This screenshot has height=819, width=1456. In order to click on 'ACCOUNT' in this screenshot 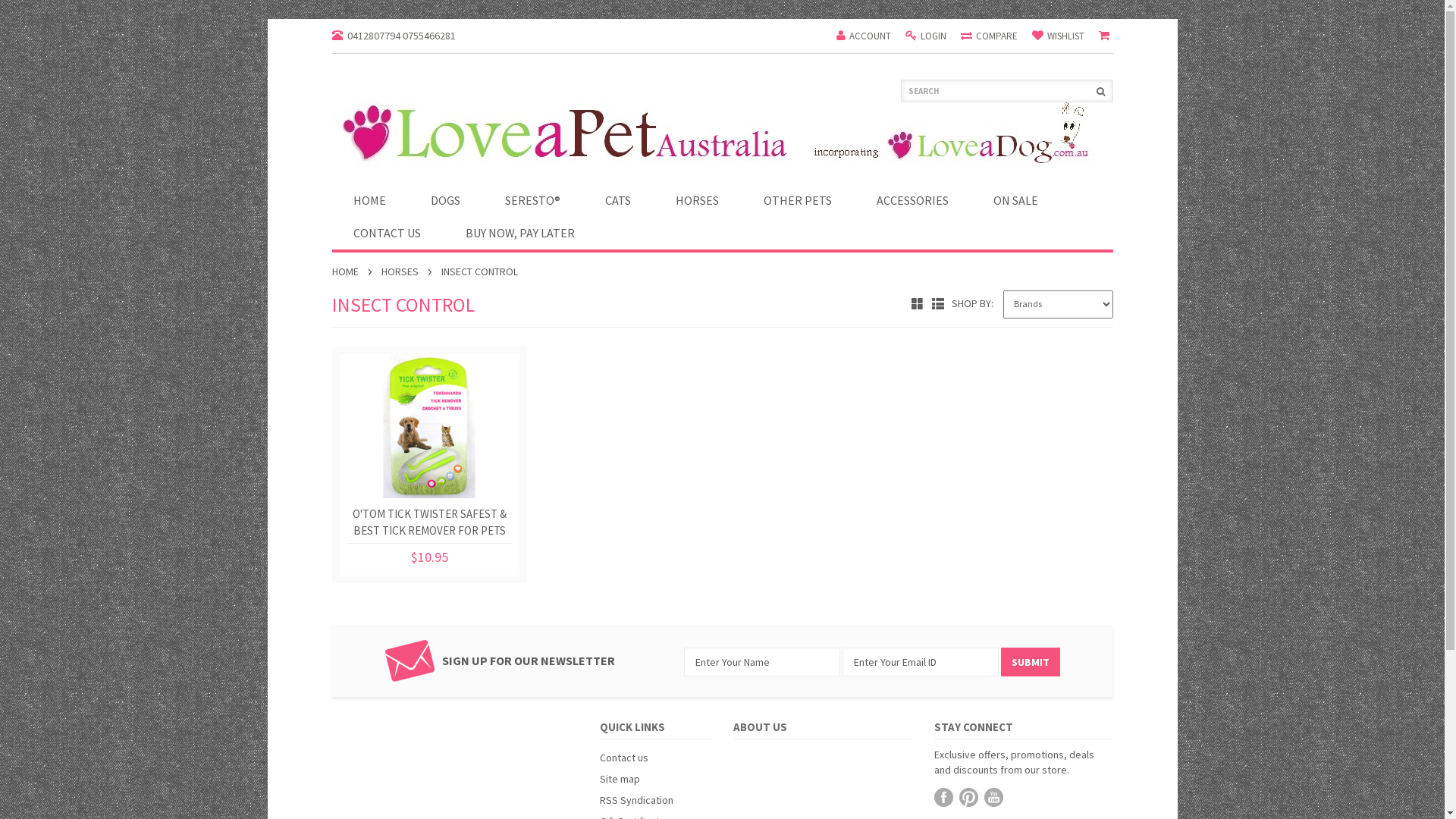, I will do `click(835, 35)`.